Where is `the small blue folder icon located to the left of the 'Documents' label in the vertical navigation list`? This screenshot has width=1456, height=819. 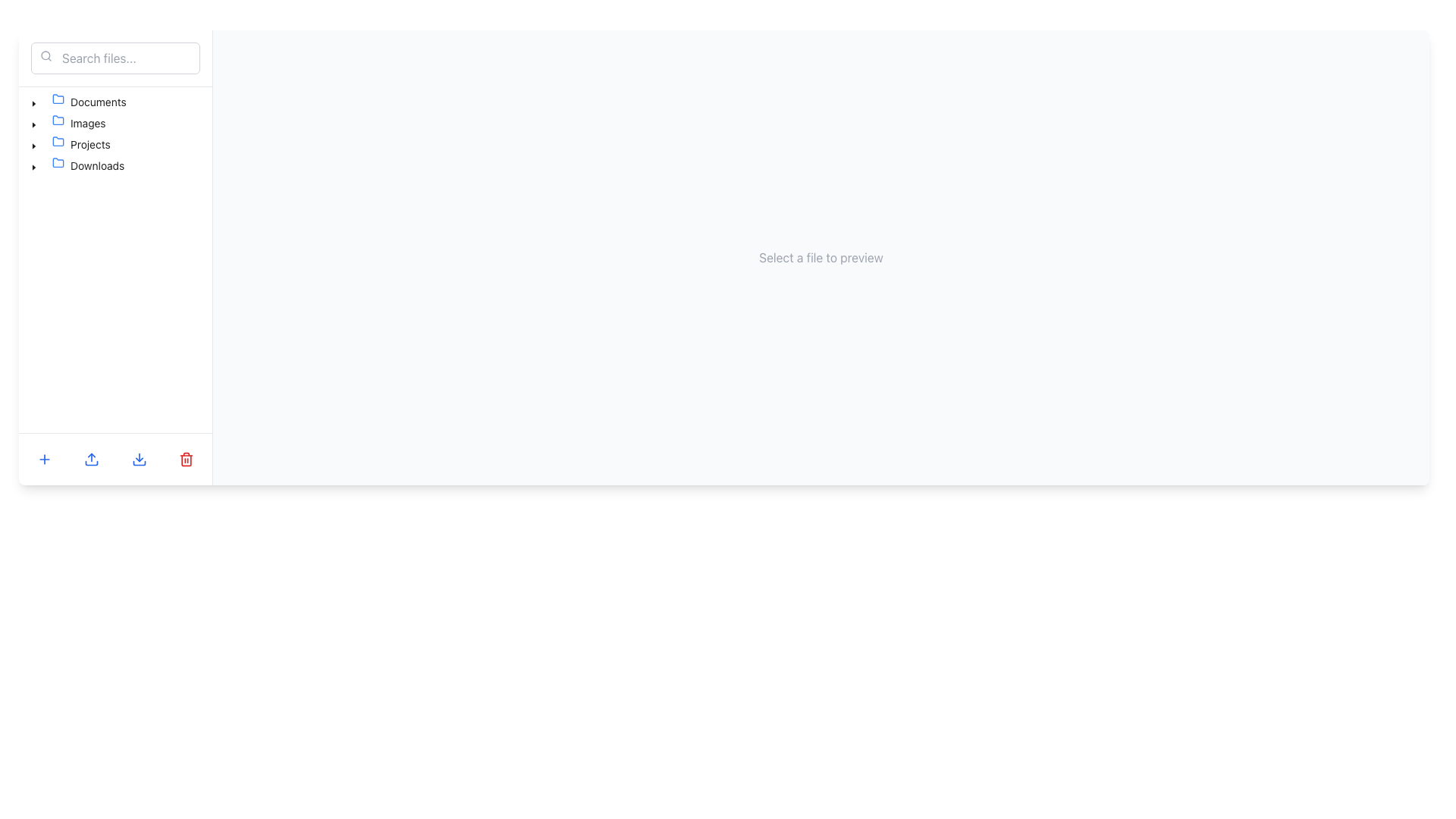 the small blue folder icon located to the left of the 'Documents' label in the vertical navigation list is located at coordinates (58, 99).